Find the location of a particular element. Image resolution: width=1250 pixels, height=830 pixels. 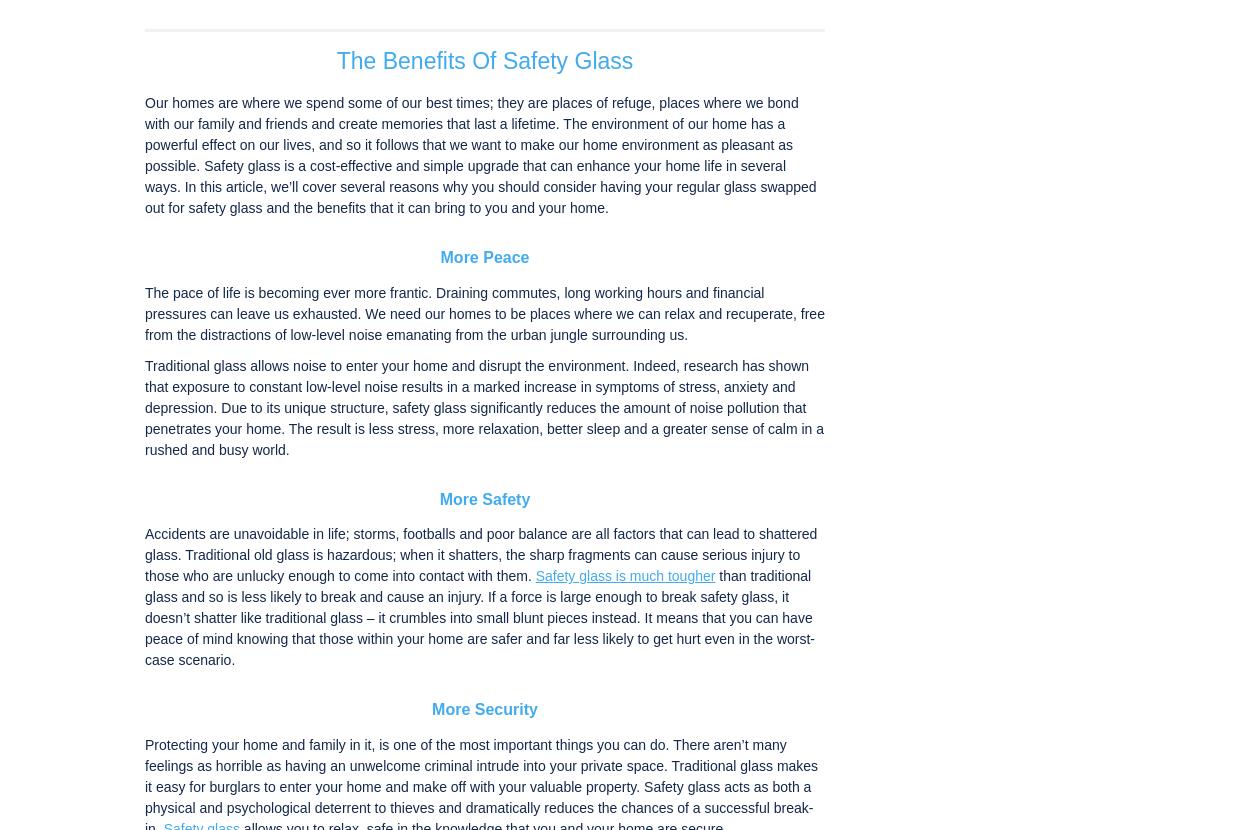

'Our homes are where we spend some of our best times; they are places of refuge, places where we bond with our family and friends and create memories that last a lifetime. The environment of our home has a powerful effect on our lives, and so it follows that we want to make our home environment as pleasant as possible. Safety glass is a cost-effective and simple upgrade that can enhance your home life in several ways. In this article, we’ll cover several reasons why you should consider having your regular glass swapped out for safety glass and the benefits that it can bring to you and your home.' is located at coordinates (479, 154).